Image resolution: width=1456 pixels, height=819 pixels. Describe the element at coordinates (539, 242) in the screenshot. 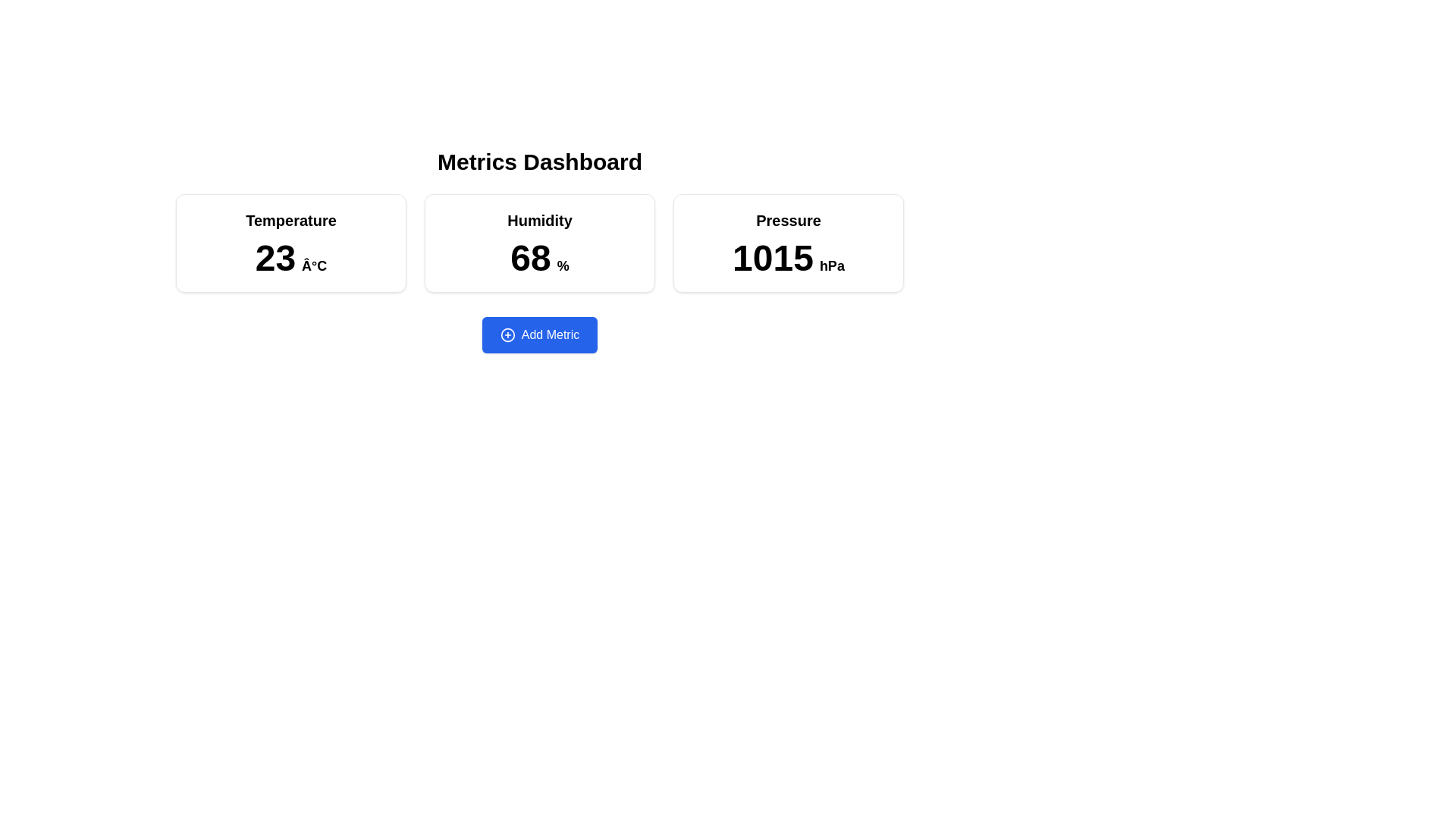

I see `current humidity level displayed on the informational card located in the center column of the grid, between the 'Temperature' and 'Pressure' cards` at that location.